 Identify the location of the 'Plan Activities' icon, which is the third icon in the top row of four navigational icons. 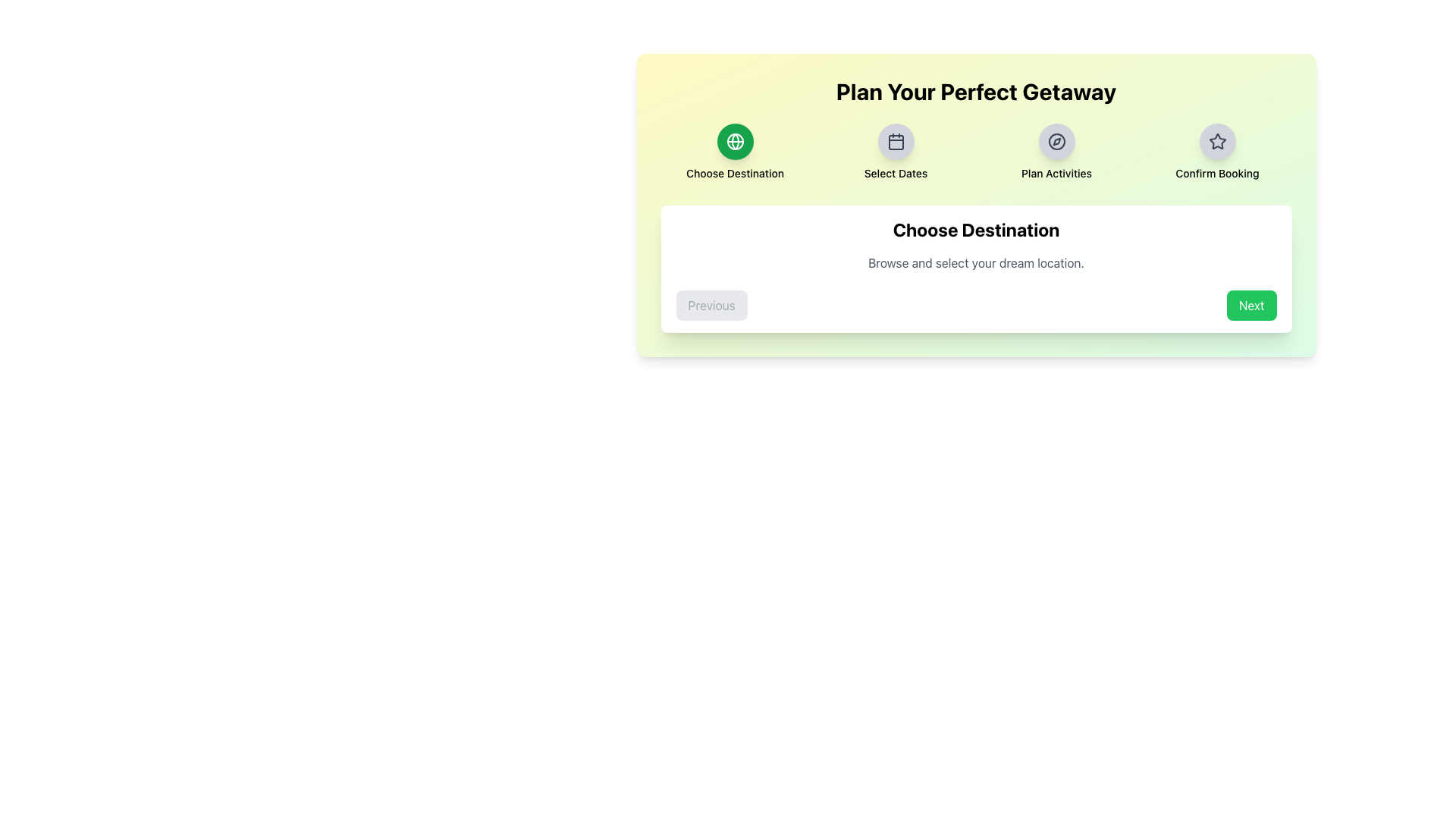
(1056, 141).